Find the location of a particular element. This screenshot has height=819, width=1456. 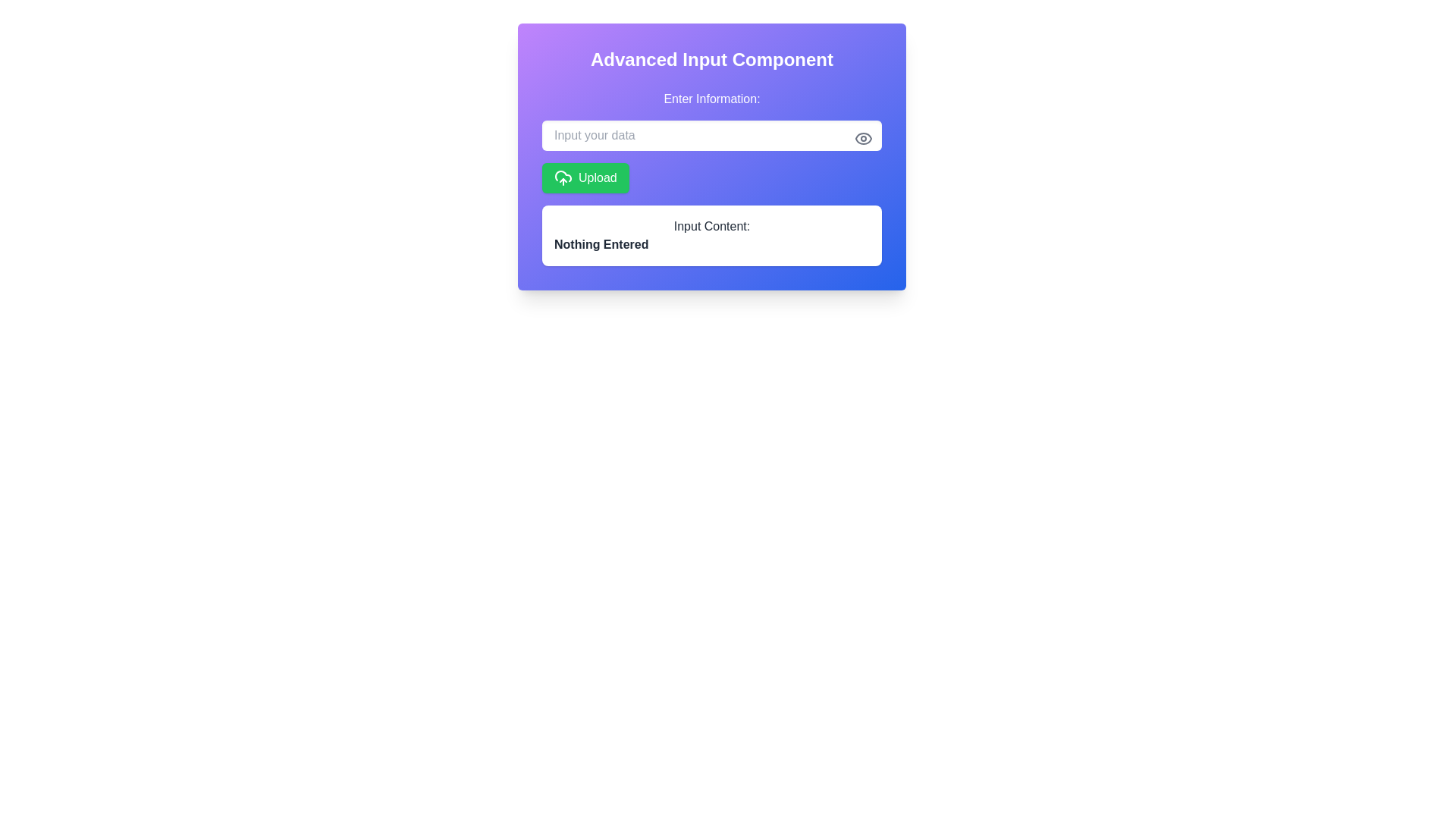

the Text Label that provides context for input-related content, located above the sibling element displaying 'Nothing Entered' is located at coordinates (711, 227).